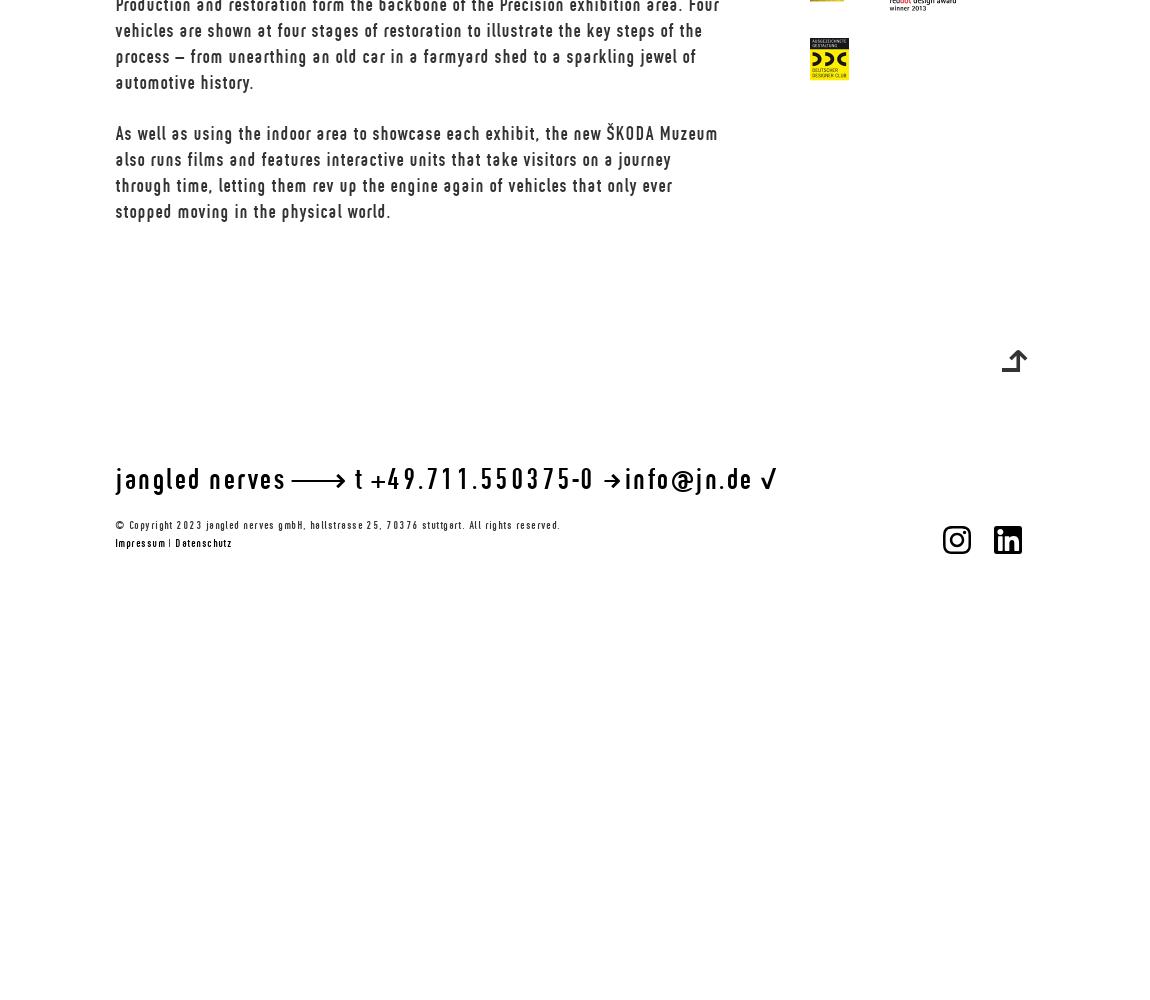  What do you see at coordinates (470, 477) in the screenshot?
I see `'+49.711.550375'` at bounding box center [470, 477].